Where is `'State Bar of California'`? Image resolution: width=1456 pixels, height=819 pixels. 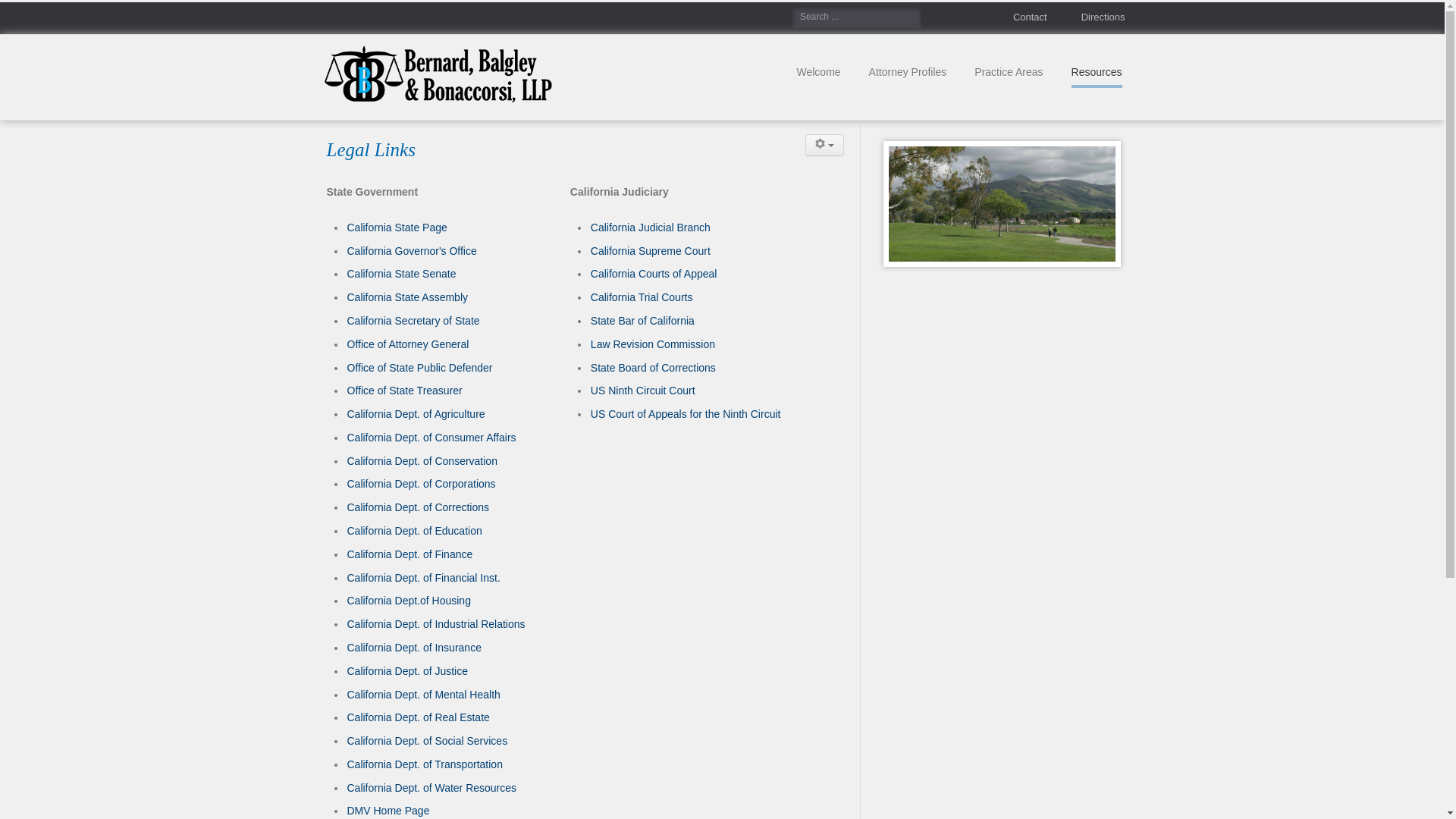
'State Bar of California' is located at coordinates (589, 320).